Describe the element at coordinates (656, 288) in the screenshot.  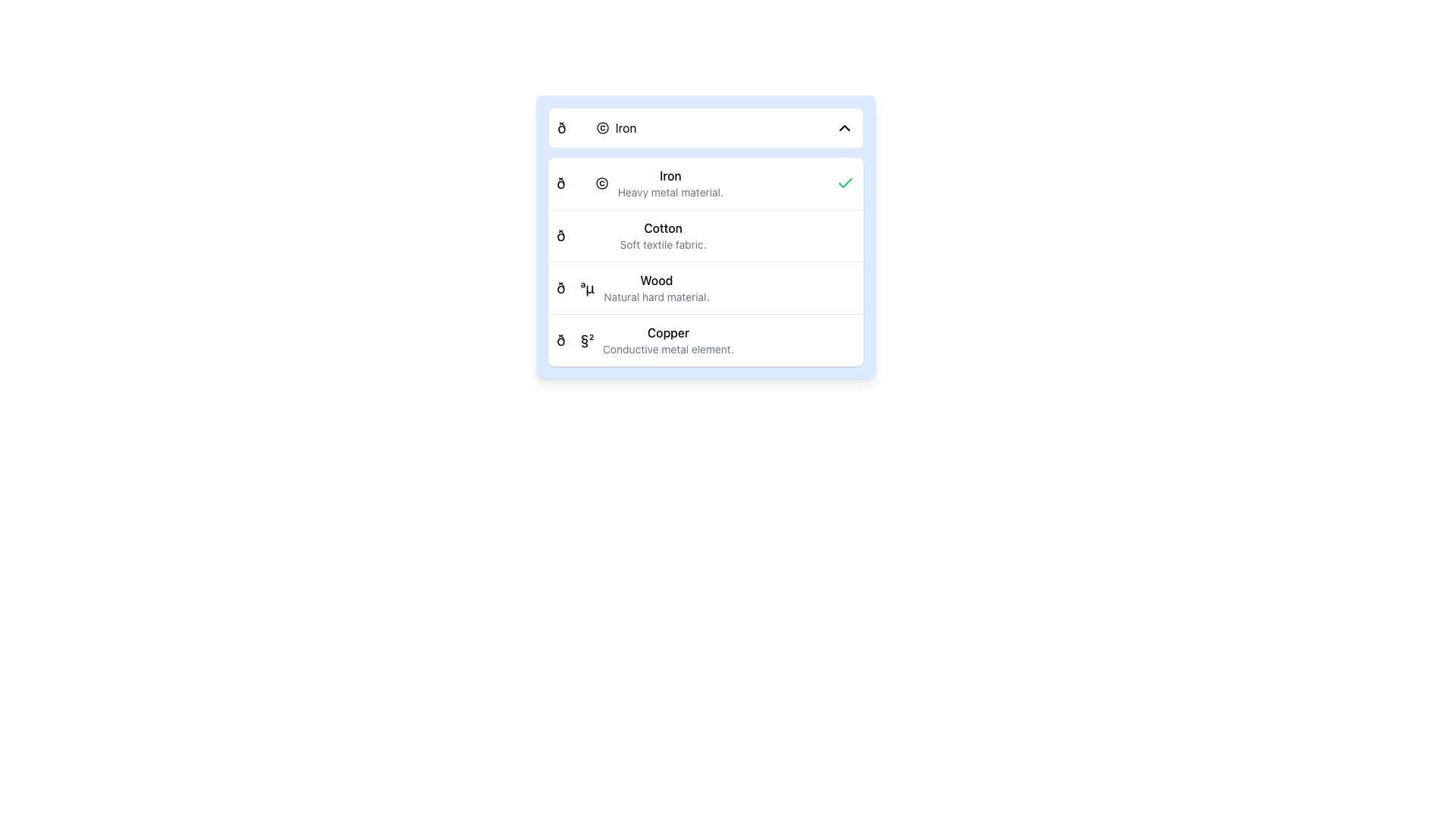
I see `the list item labeled 'Wood' in the dropdown menu` at that location.